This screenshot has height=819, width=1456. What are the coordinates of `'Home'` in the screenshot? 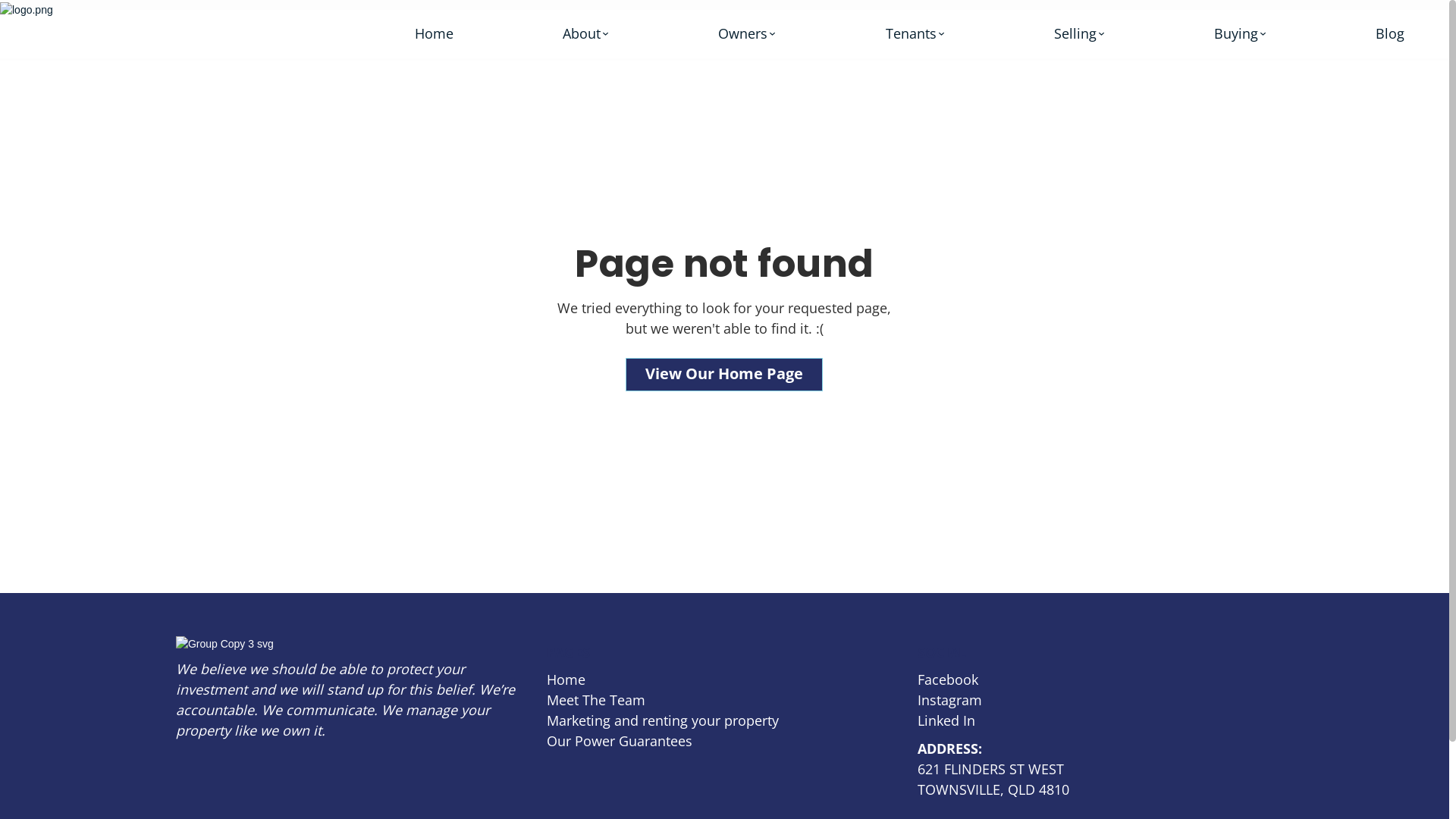 It's located at (565, 679).